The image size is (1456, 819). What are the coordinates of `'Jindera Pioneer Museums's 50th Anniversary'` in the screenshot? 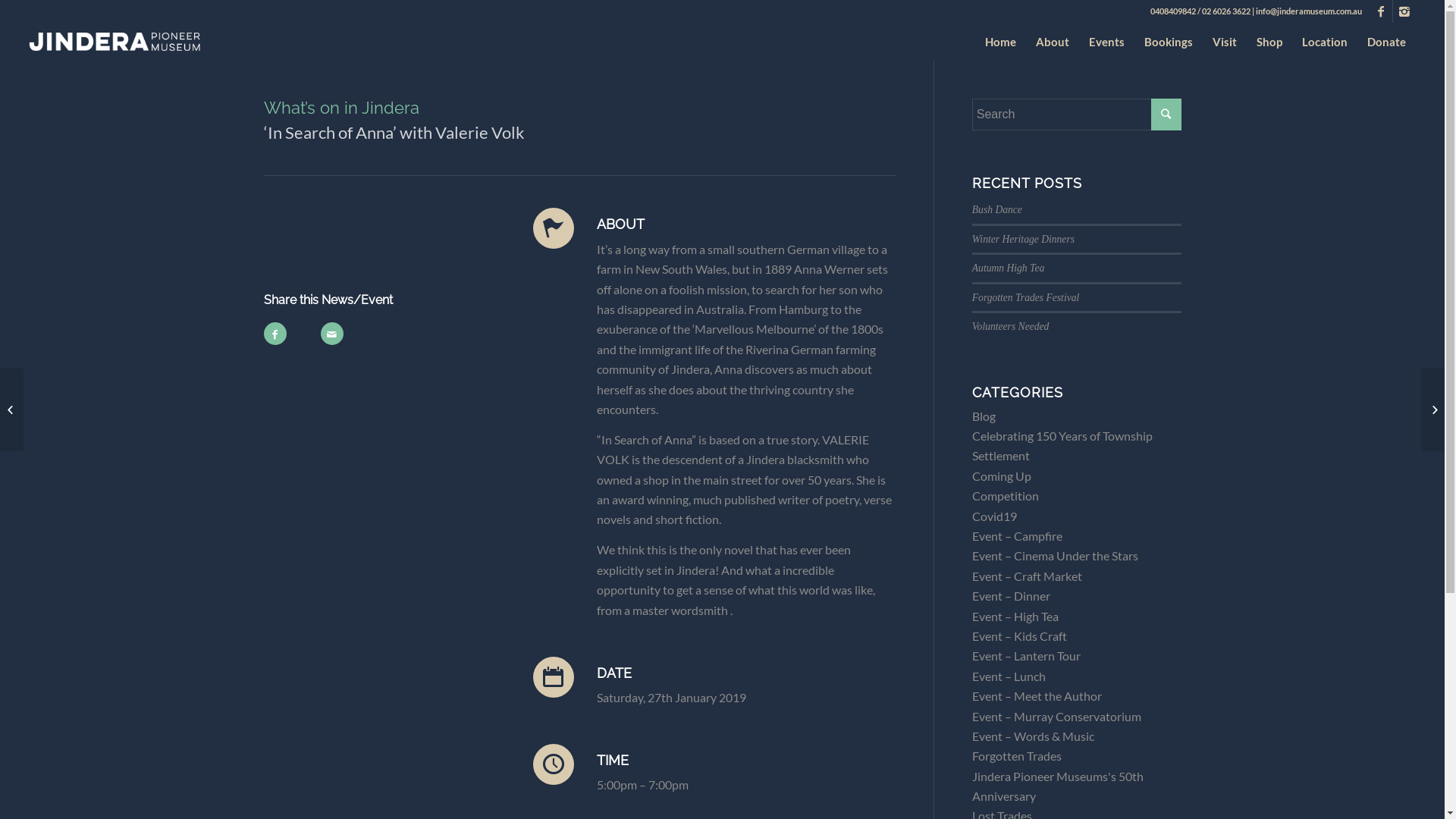 It's located at (971, 785).